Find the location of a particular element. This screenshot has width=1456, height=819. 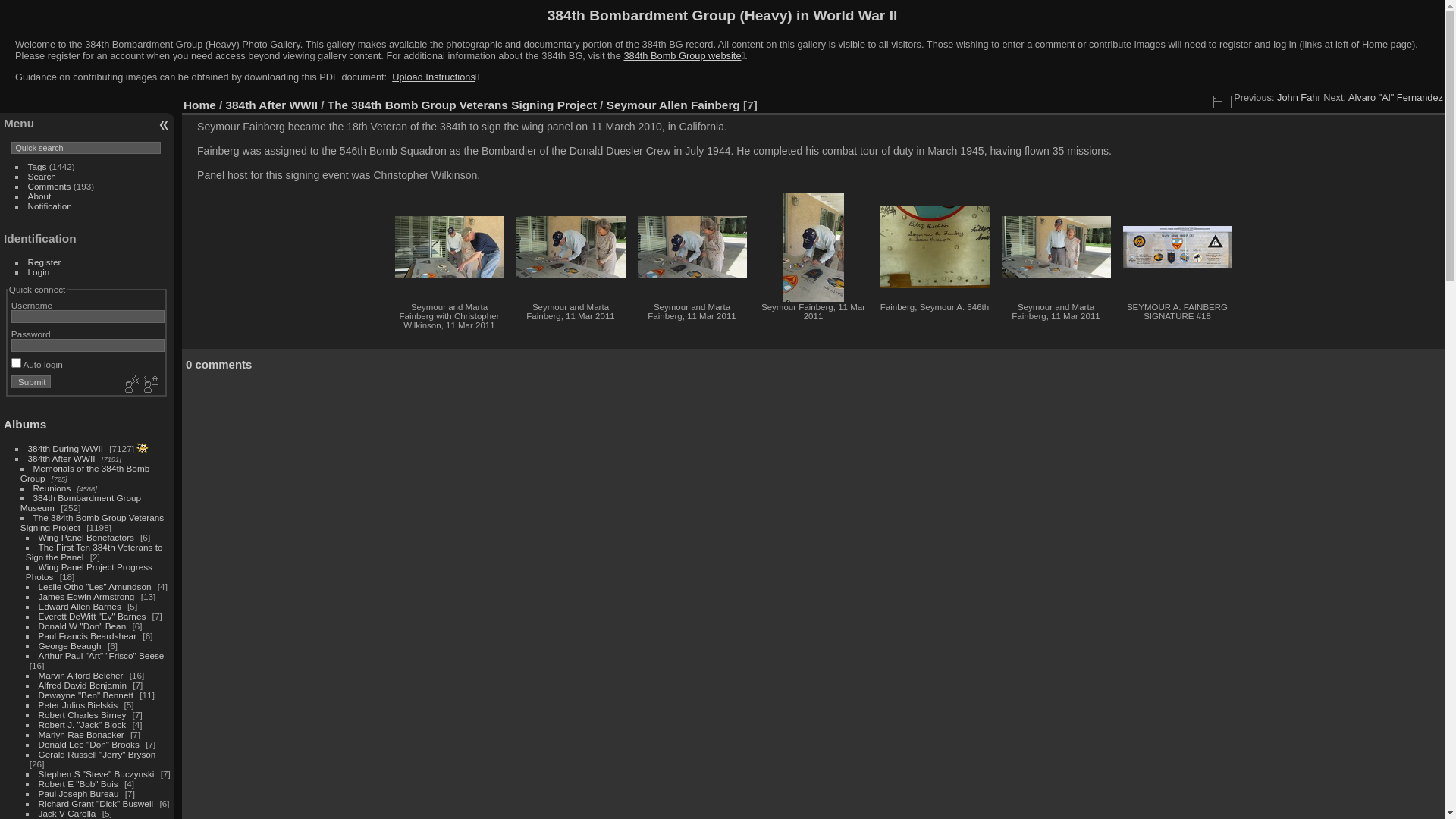

'Seymour  and Marta Fainberg, 11 Mar 2011 (1361 visits)' is located at coordinates (516, 246).